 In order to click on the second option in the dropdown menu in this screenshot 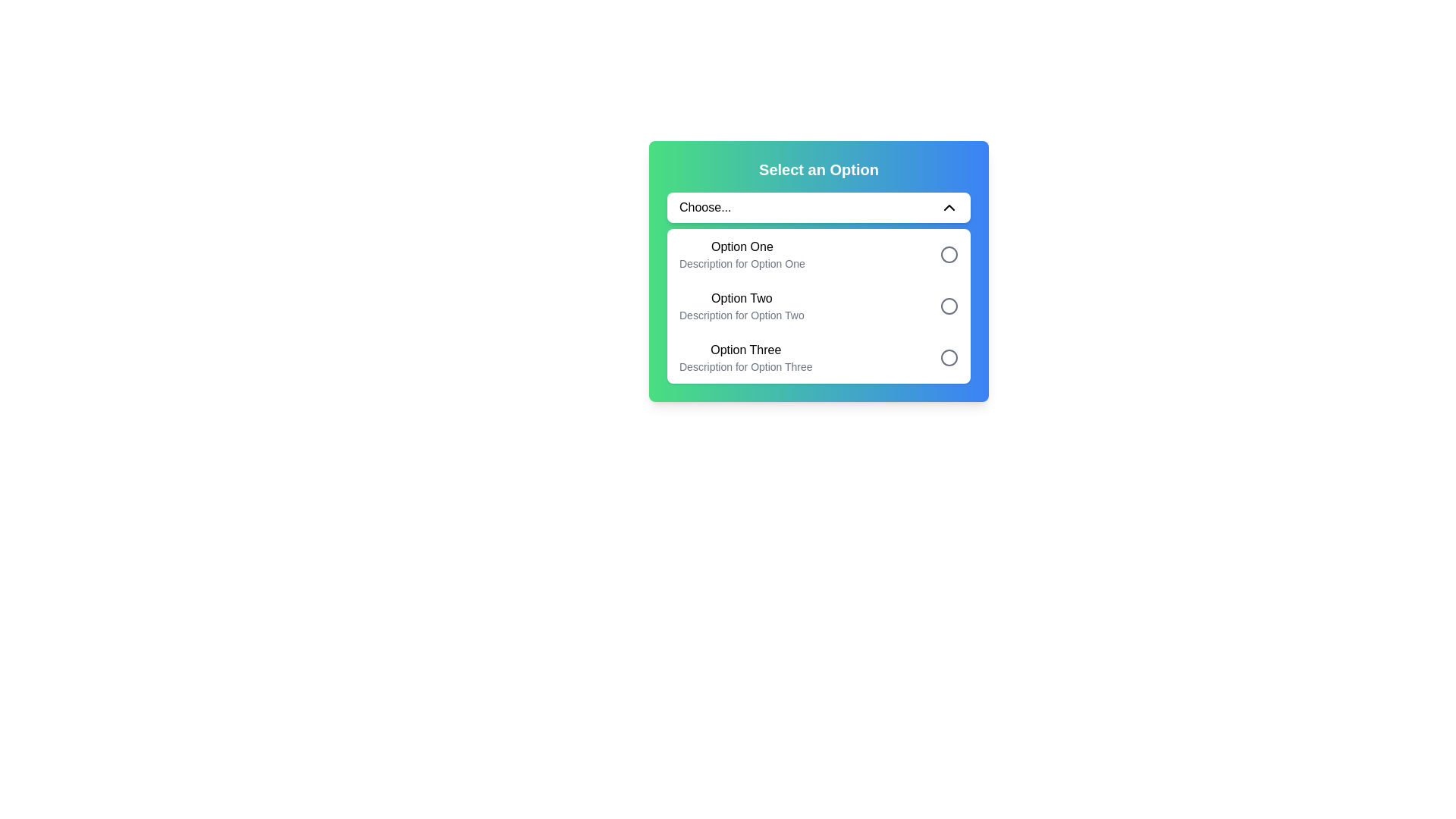, I will do `click(818, 306)`.